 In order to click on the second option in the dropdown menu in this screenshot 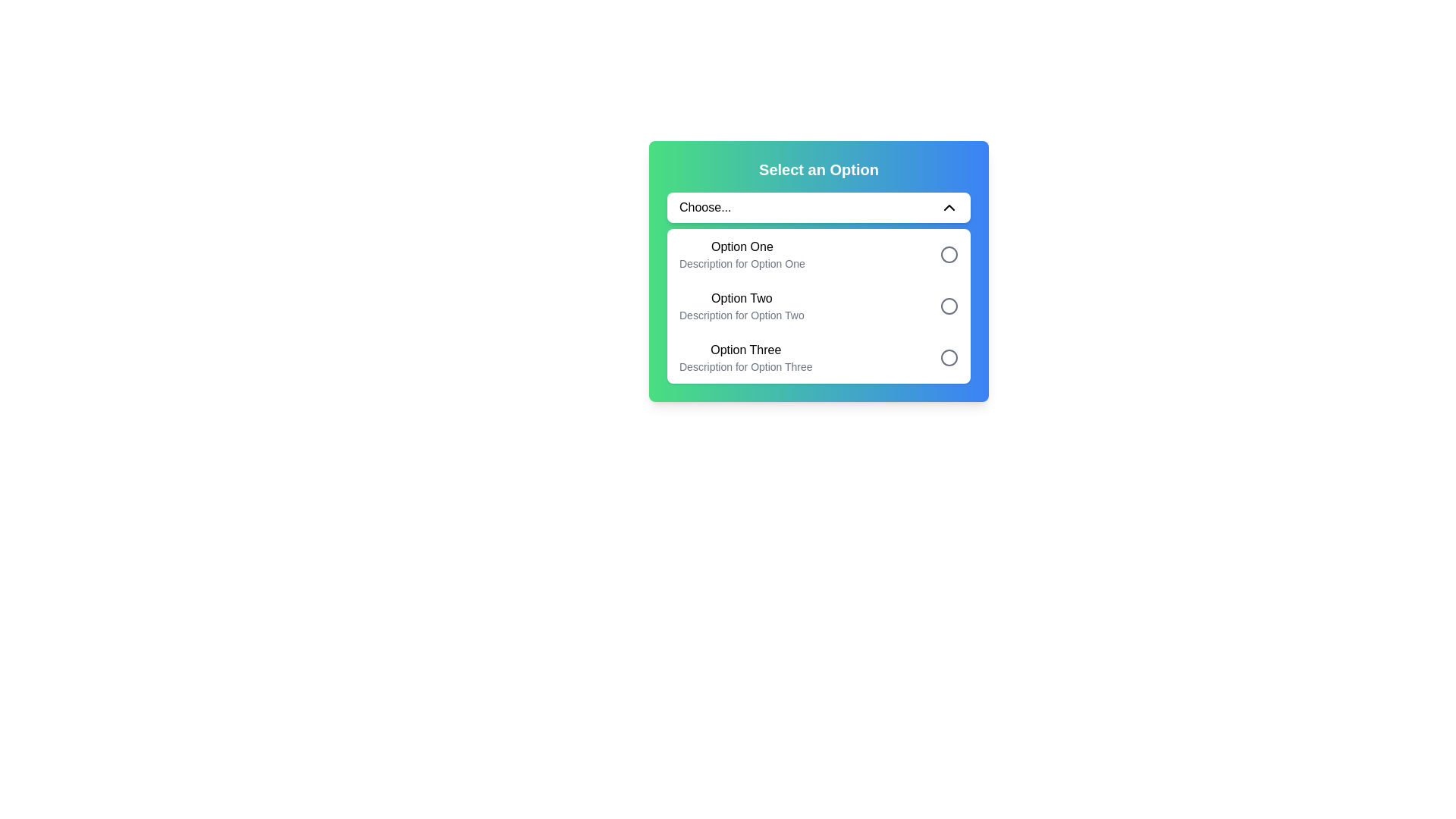, I will do `click(818, 306)`.